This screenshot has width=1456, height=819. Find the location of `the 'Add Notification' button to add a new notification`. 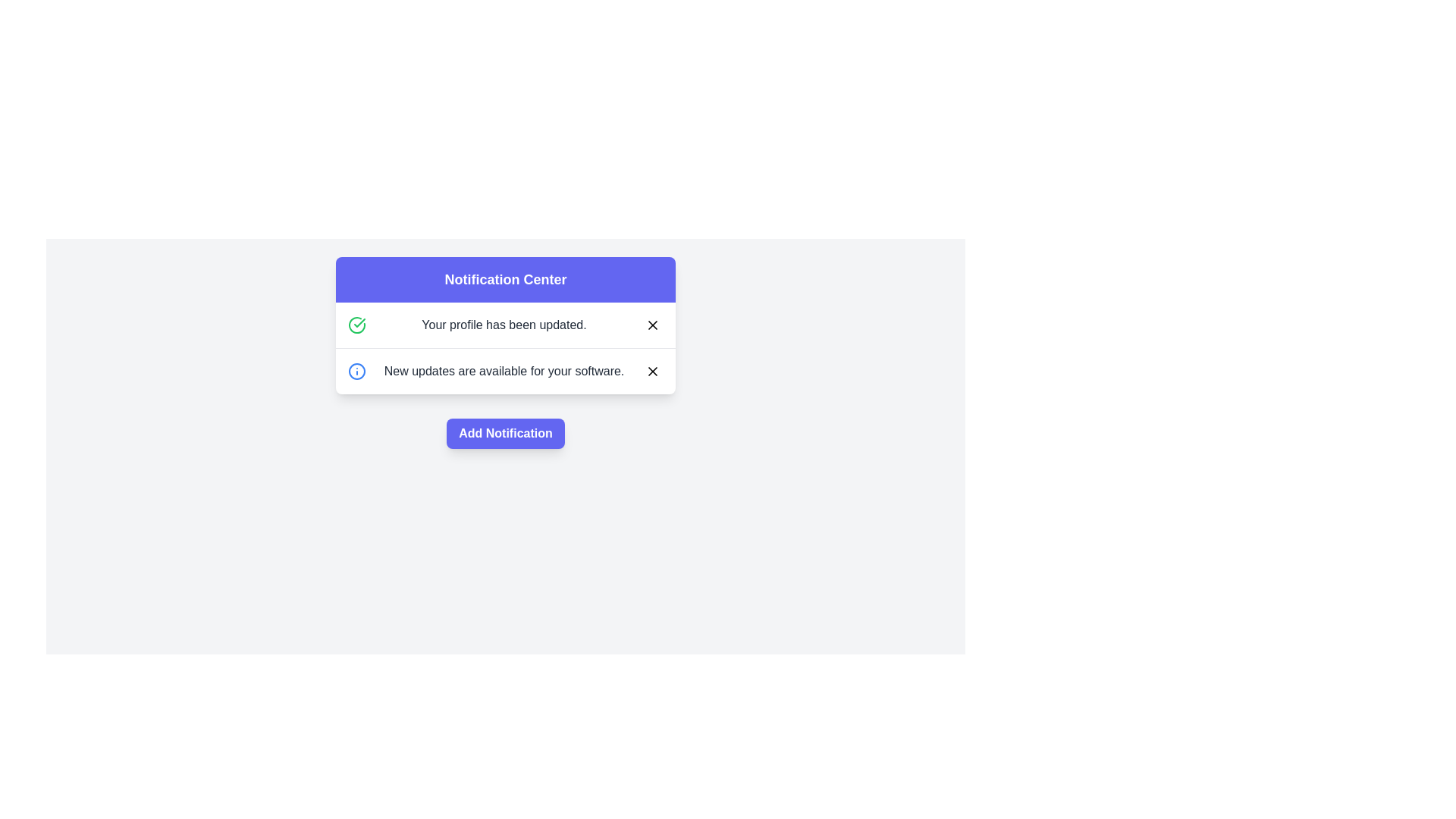

the 'Add Notification' button to add a new notification is located at coordinates (506, 433).